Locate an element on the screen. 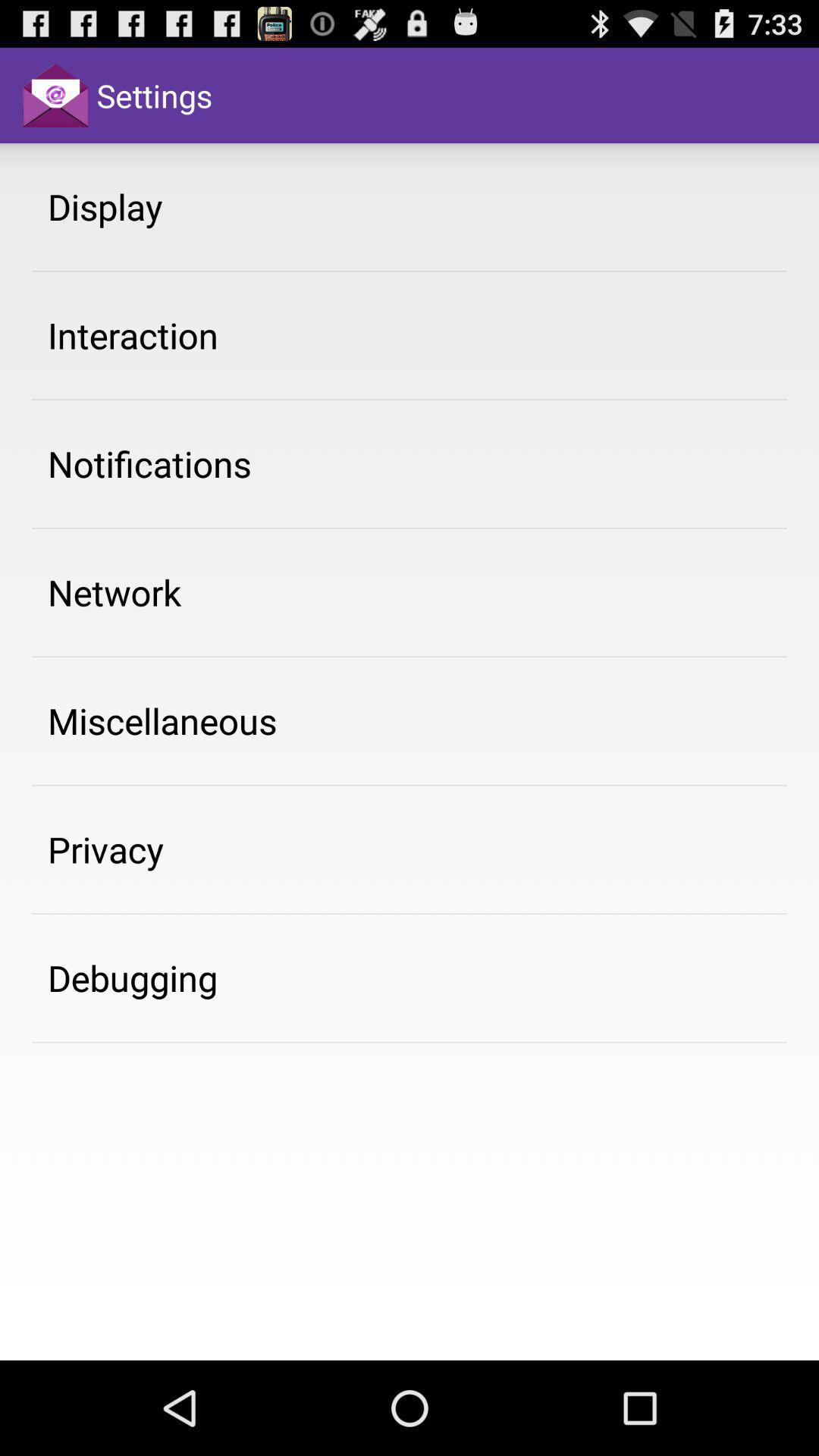 This screenshot has width=819, height=1456. the notifications item is located at coordinates (149, 463).